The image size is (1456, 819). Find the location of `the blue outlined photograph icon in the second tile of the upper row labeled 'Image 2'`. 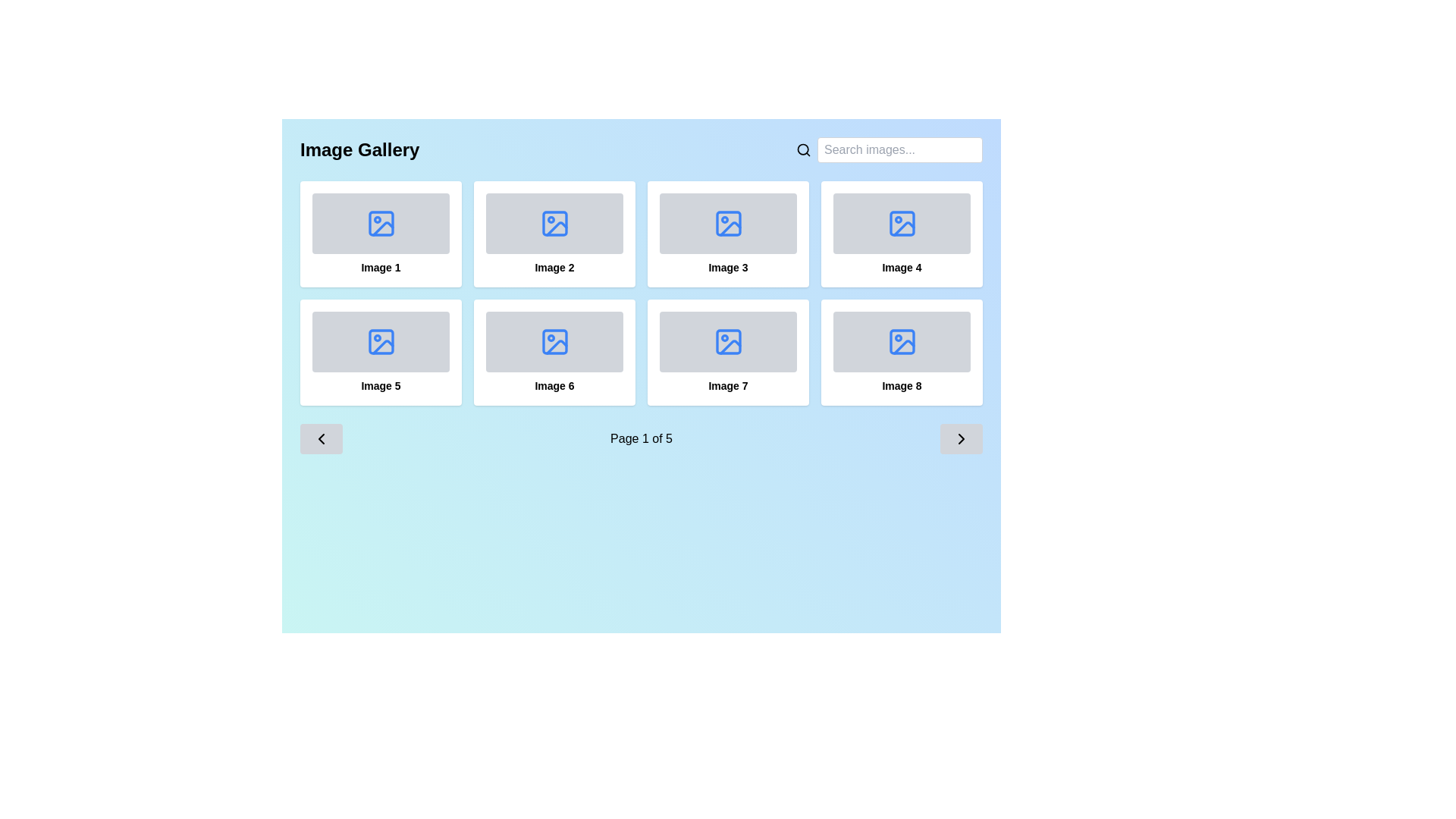

the blue outlined photograph icon in the second tile of the upper row labeled 'Image 2' is located at coordinates (554, 223).